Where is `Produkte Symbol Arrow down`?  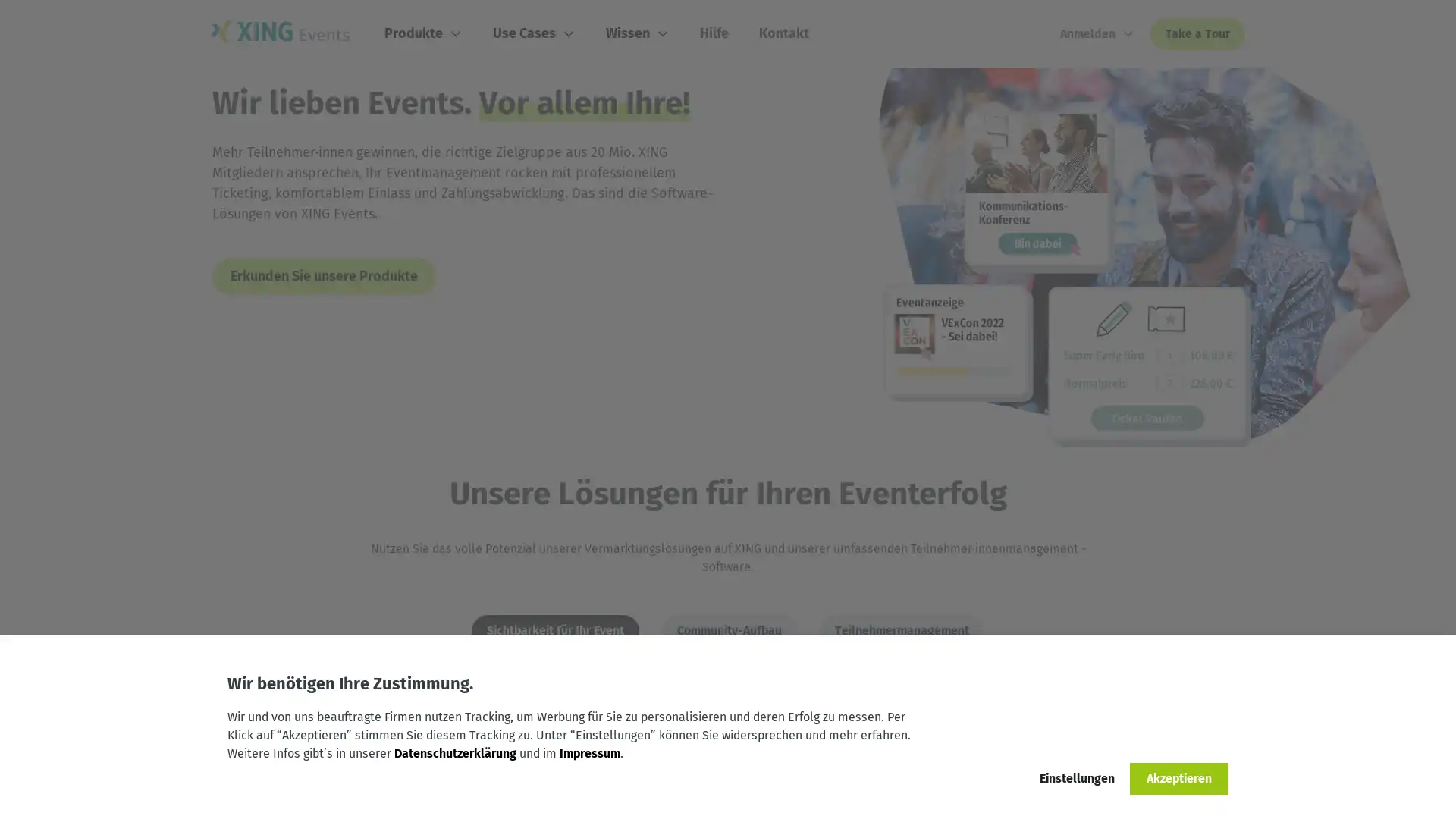 Produkte Symbol Arrow down is located at coordinates (425, 33).